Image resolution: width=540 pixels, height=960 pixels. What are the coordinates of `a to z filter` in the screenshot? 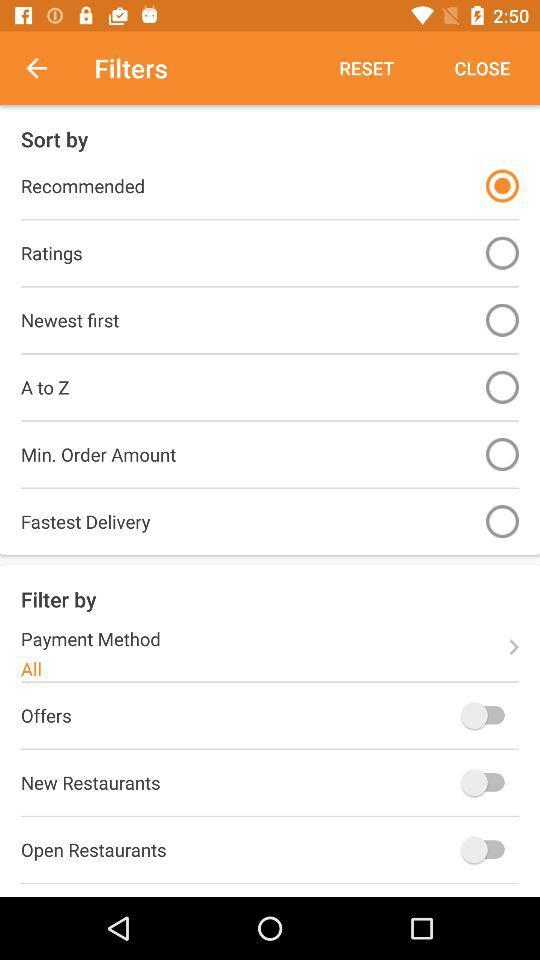 It's located at (501, 386).